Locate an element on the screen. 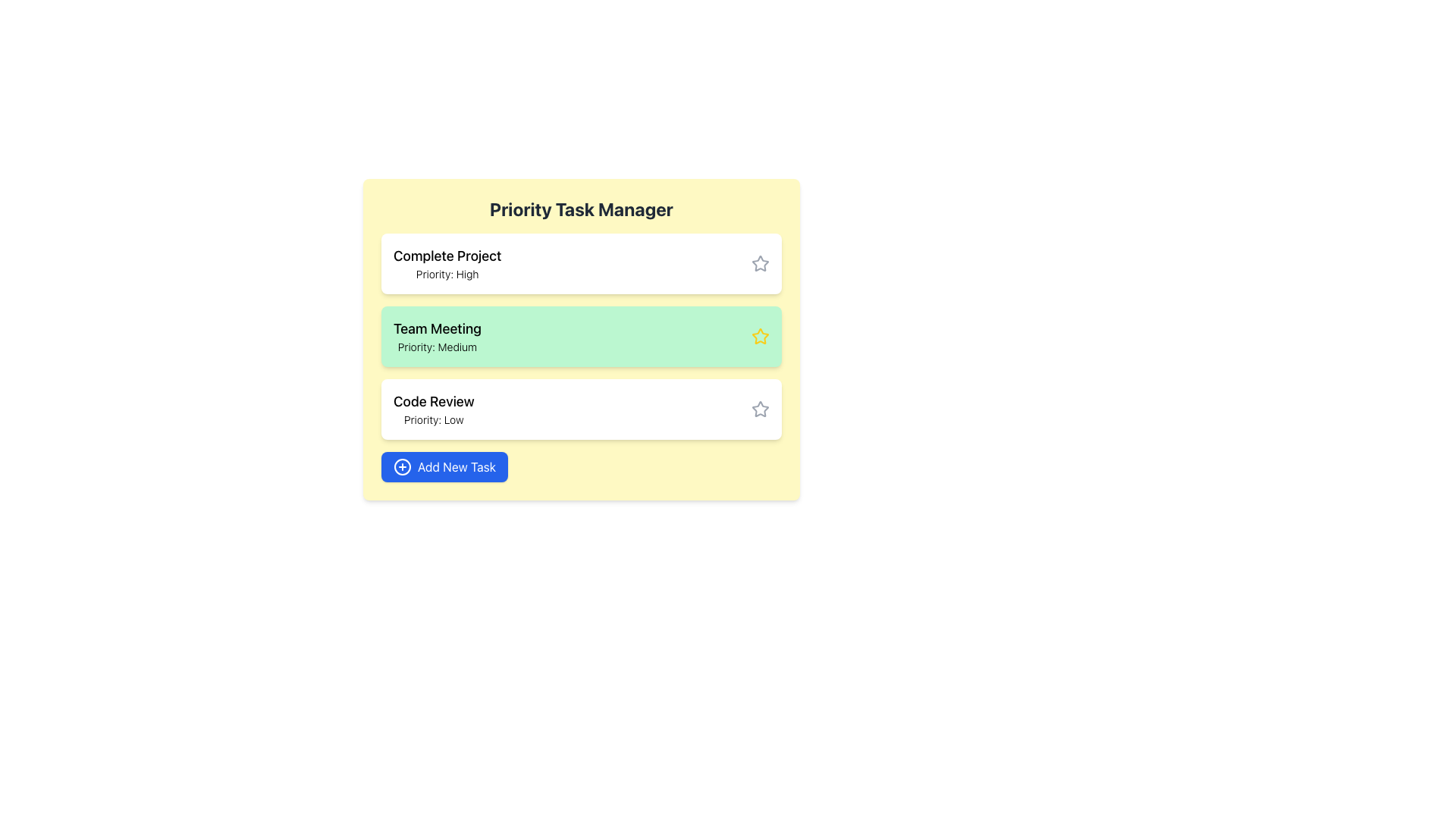 This screenshot has height=819, width=1456. the text label that reads 'Priority: High', which is styled with a small font size and light font weight, located below the title 'Complete Project' in the first task box is located at coordinates (447, 275).